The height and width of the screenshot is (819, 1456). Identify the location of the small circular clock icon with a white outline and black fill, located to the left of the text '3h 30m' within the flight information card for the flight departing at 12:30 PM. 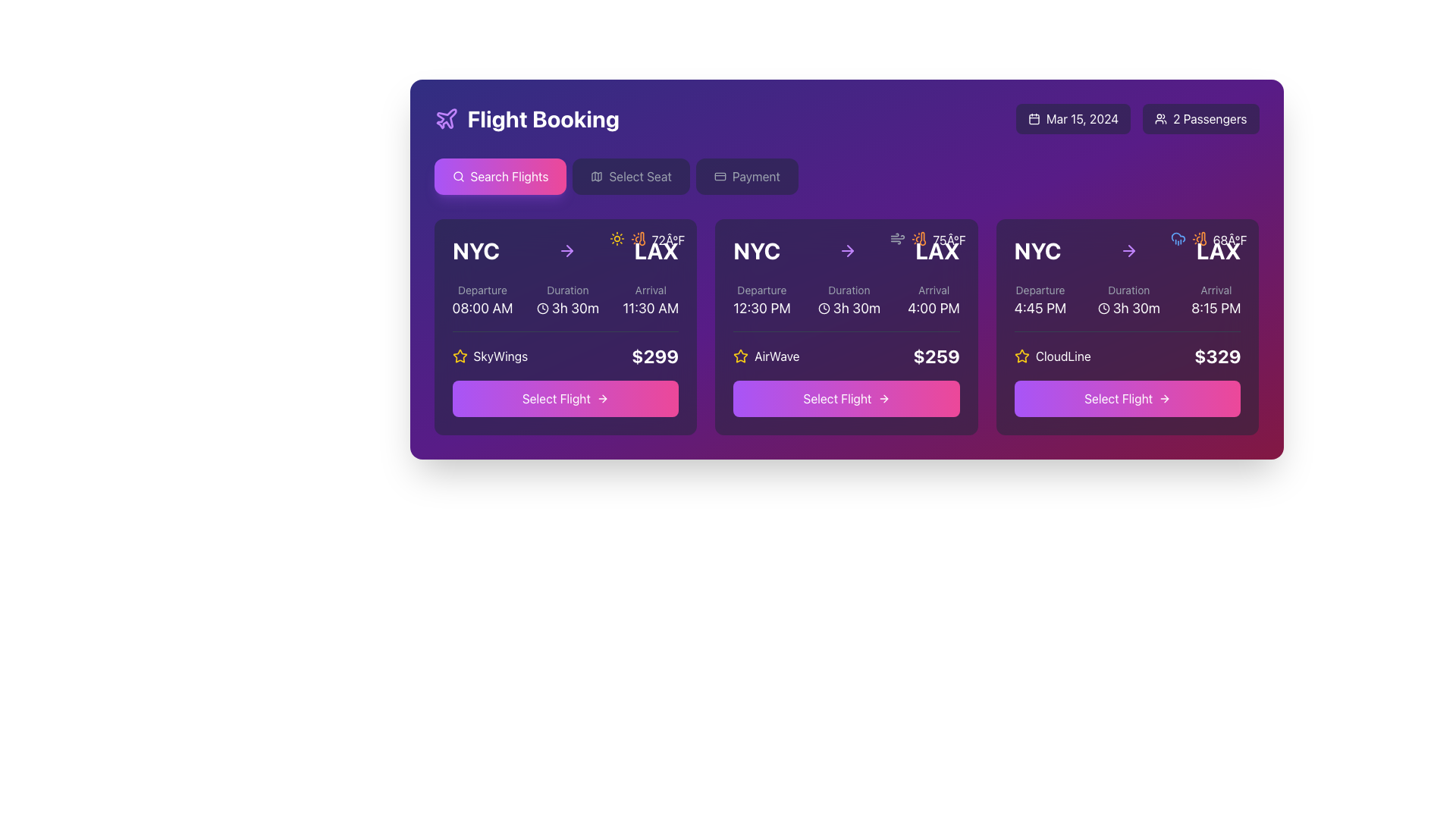
(823, 308).